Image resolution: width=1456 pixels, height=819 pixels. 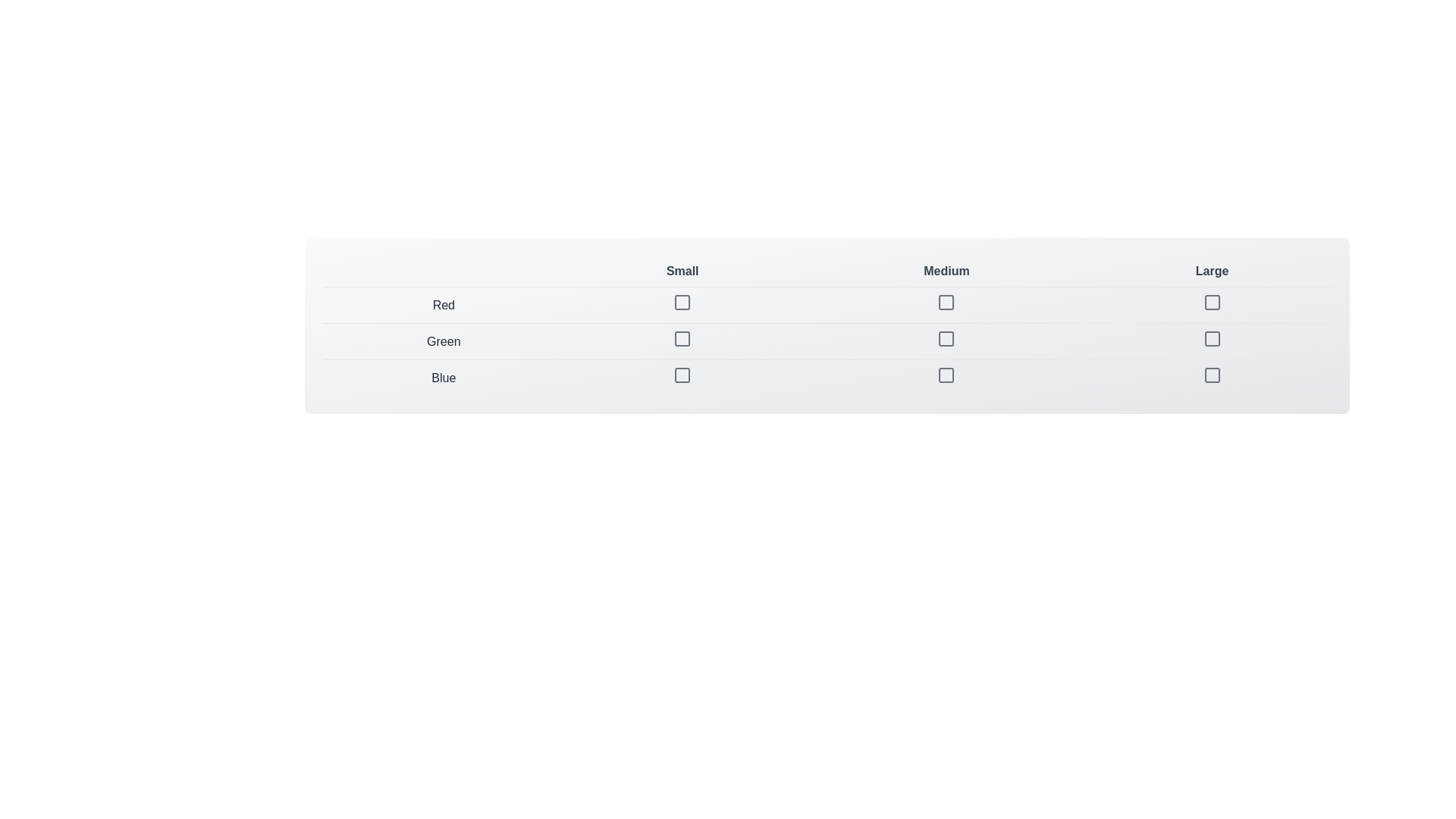 What do you see at coordinates (946, 302) in the screenshot?
I see `the checkbox located in the 'Medium' column for the 'Red' row, allowing users to select or deselect an option` at bounding box center [946, 302].